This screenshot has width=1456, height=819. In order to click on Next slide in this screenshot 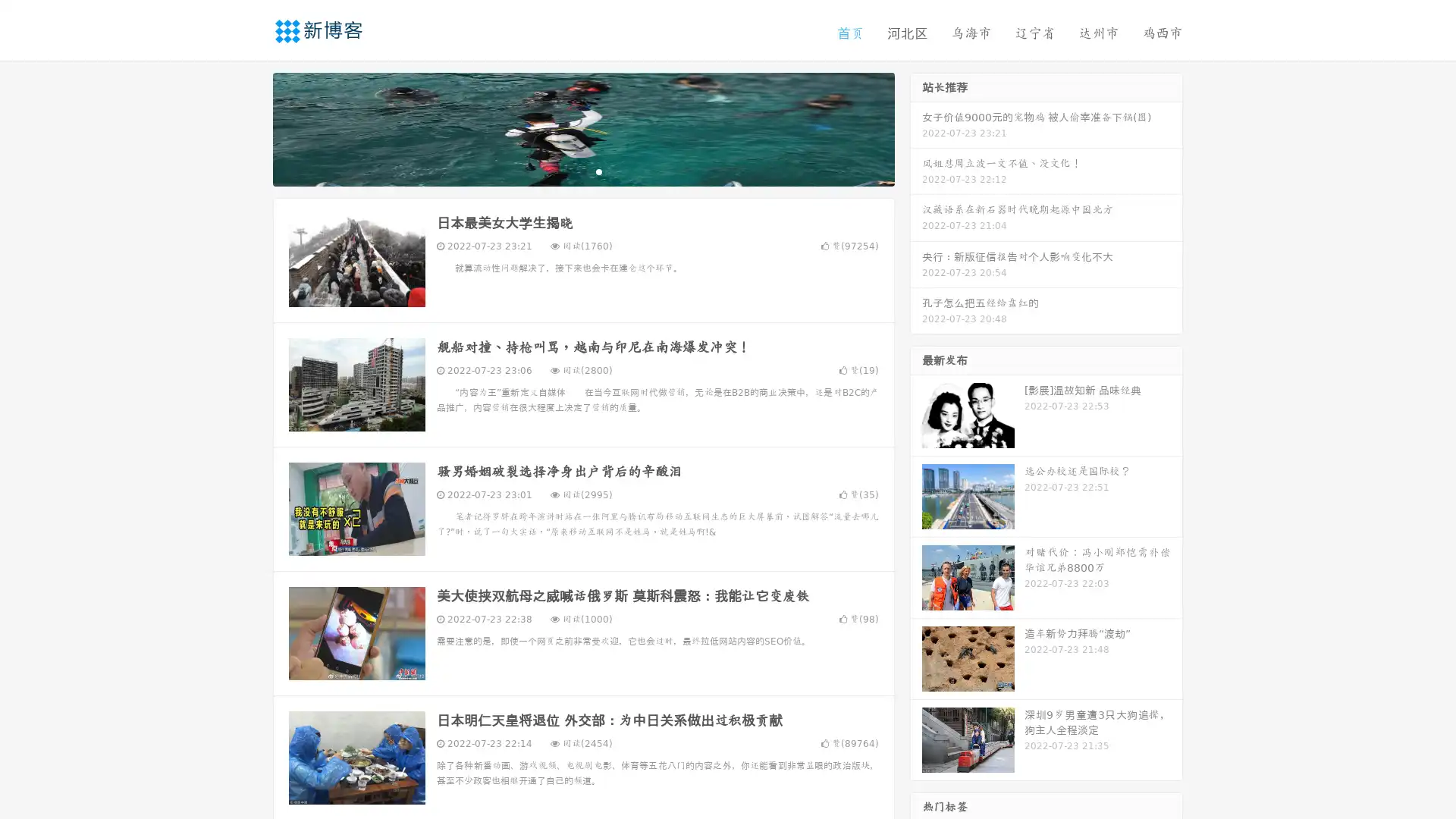, I will do `click(916, 127)`.